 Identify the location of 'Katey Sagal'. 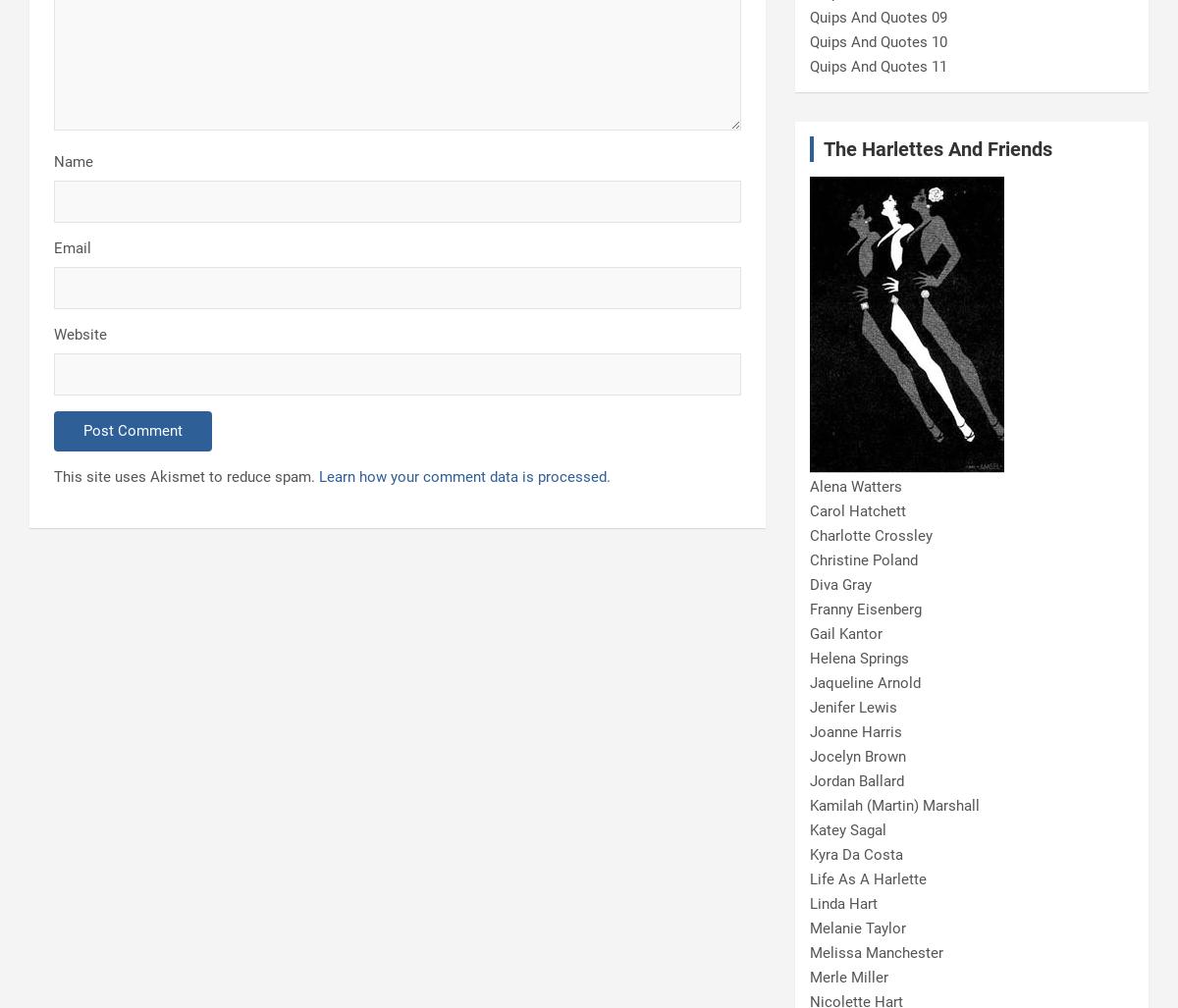
(847, 830).